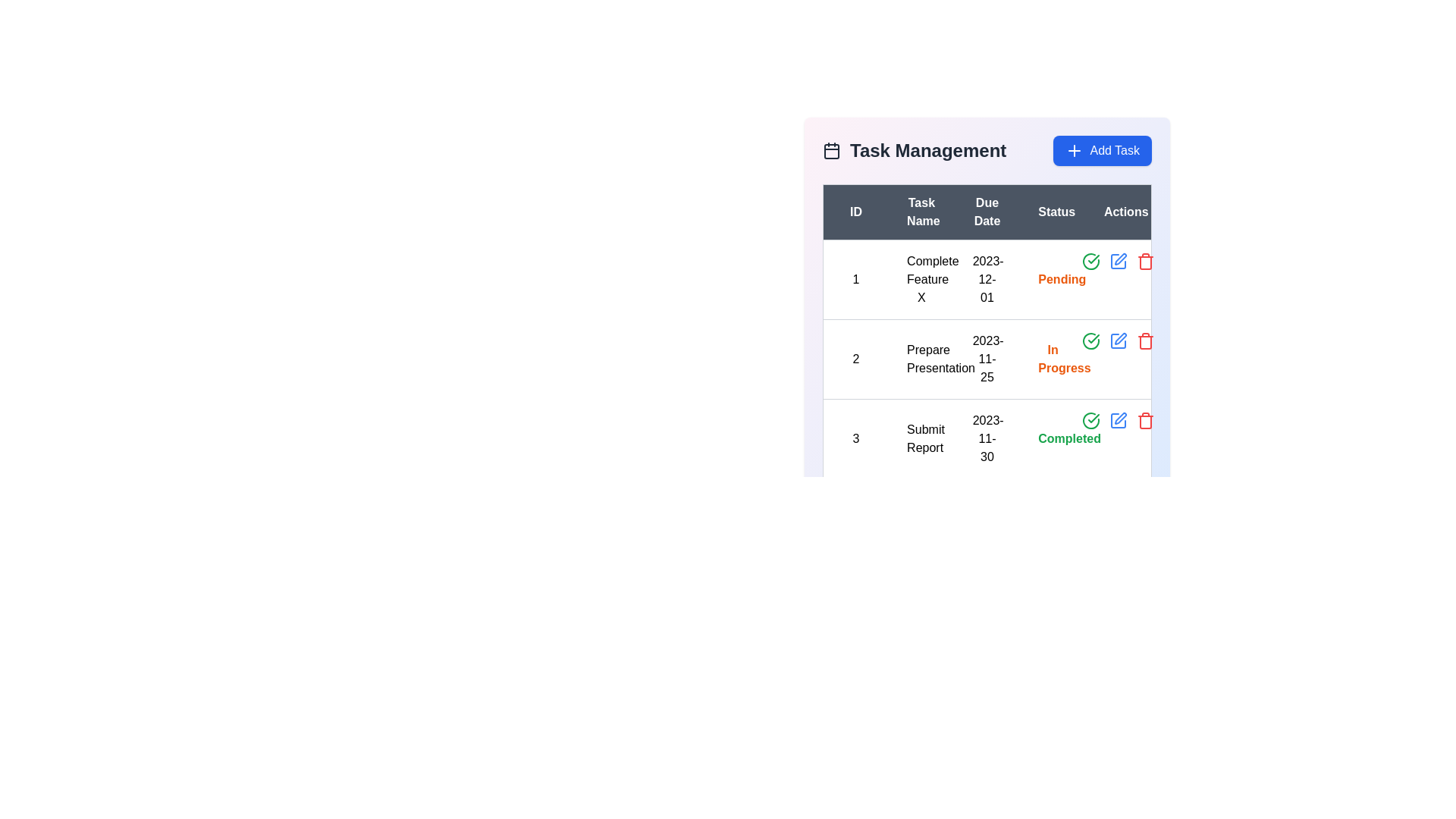 Image resolution: width=1456 pixels, height=819 pixels. I want to click on the first task row in the Task Management table, which displays the task details including ID, name, due date, and status, so click(987, 280).